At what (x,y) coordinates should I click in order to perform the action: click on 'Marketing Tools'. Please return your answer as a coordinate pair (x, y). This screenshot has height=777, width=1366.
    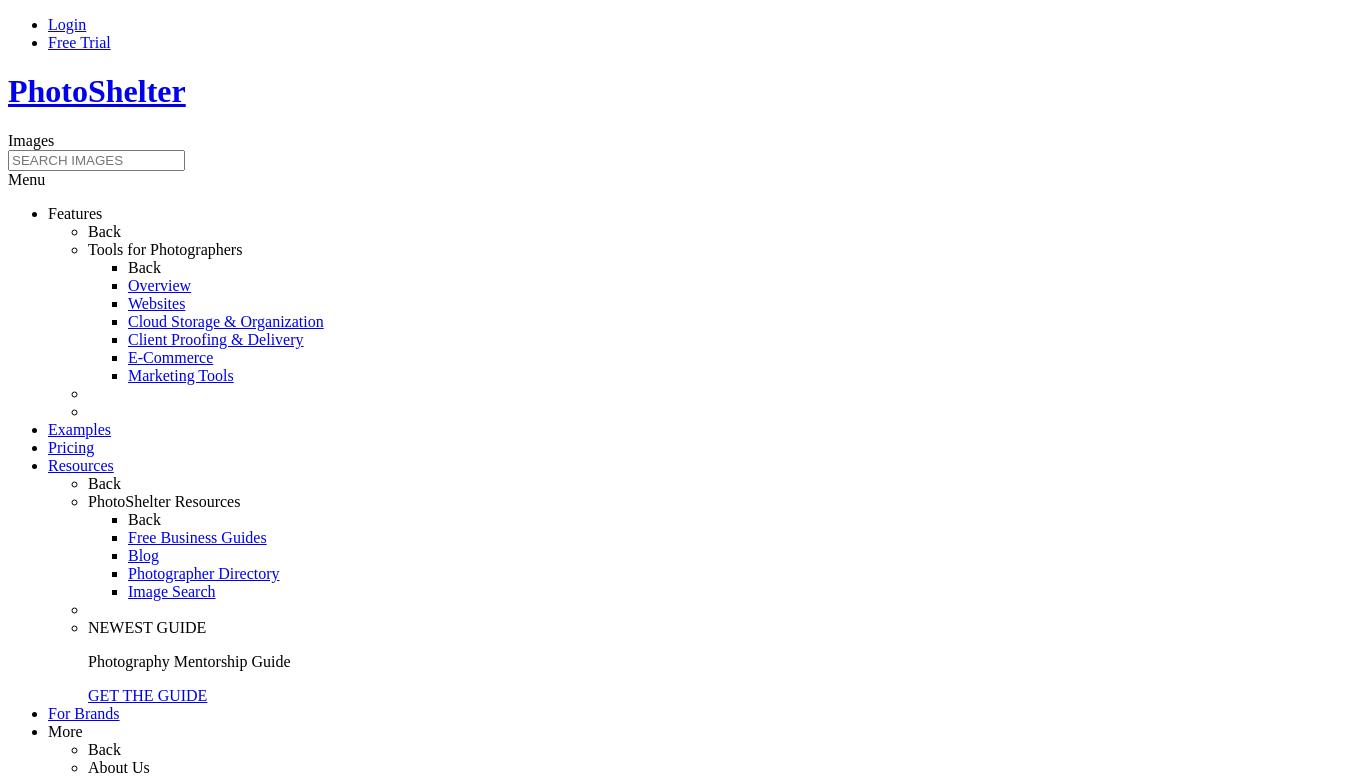
    Looking at the image, I should click on (126, 374).